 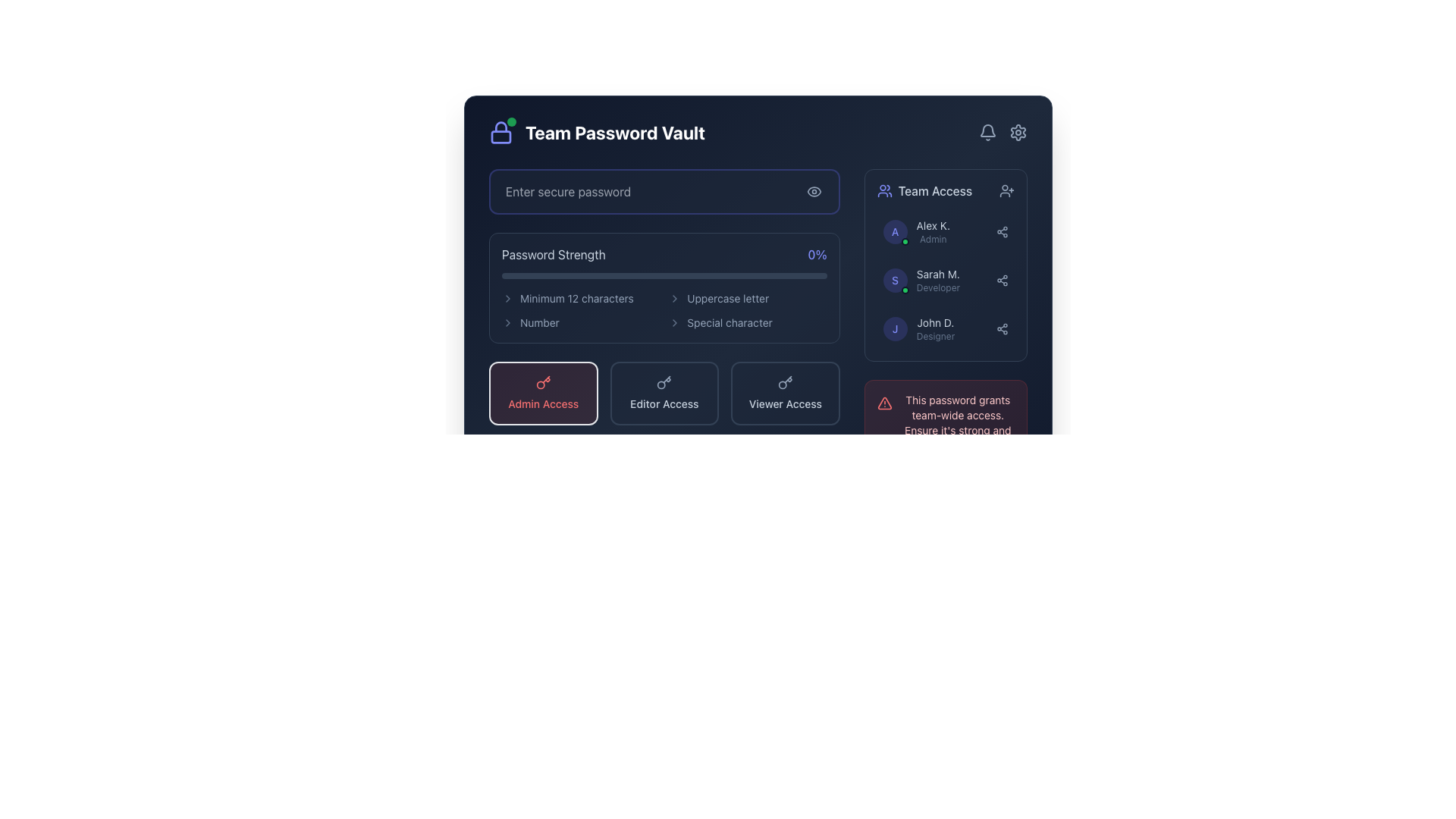 What do you see at coordinates (664, 288) in the screenshot?
I see `the password strength indicator progress bar` at bounding box center [664, 288].